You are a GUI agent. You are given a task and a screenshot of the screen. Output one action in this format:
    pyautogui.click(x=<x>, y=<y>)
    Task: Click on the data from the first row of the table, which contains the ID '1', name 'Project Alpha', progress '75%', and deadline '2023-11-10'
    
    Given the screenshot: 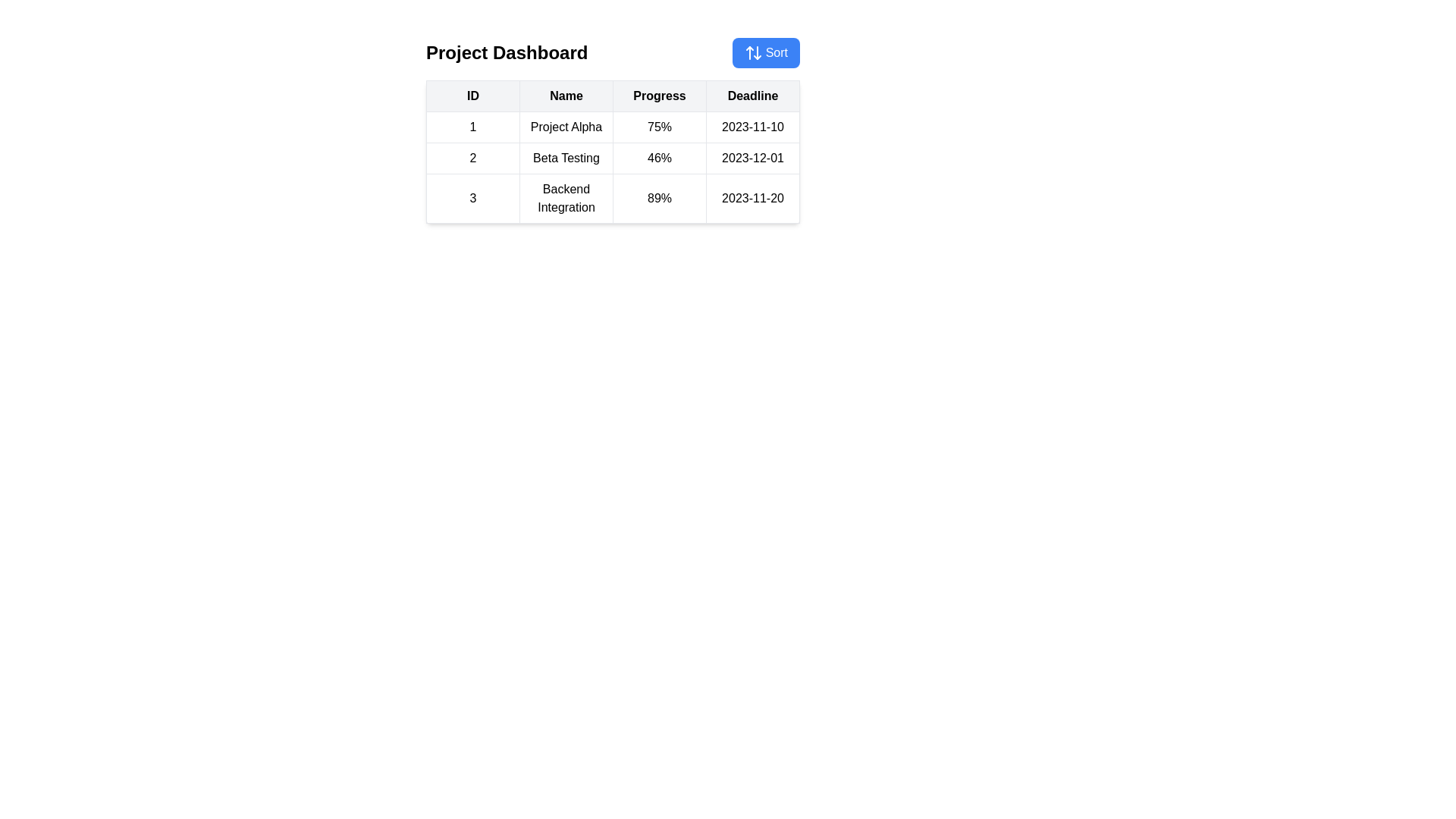 What is the action you would take?
    pyautogui.click(x=613, y=127)
    